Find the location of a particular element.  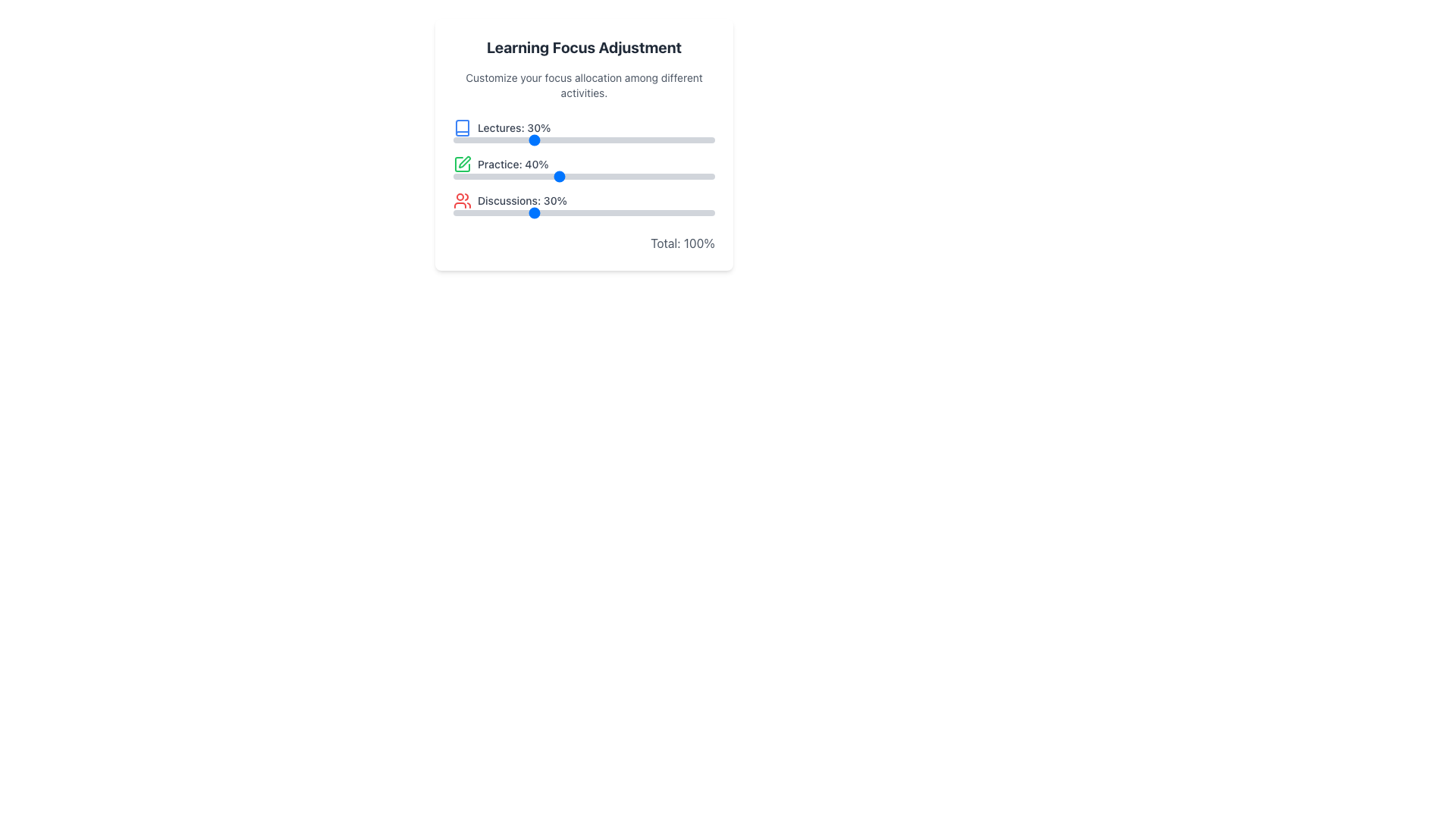

the slider is located at coordinates (652, 140).